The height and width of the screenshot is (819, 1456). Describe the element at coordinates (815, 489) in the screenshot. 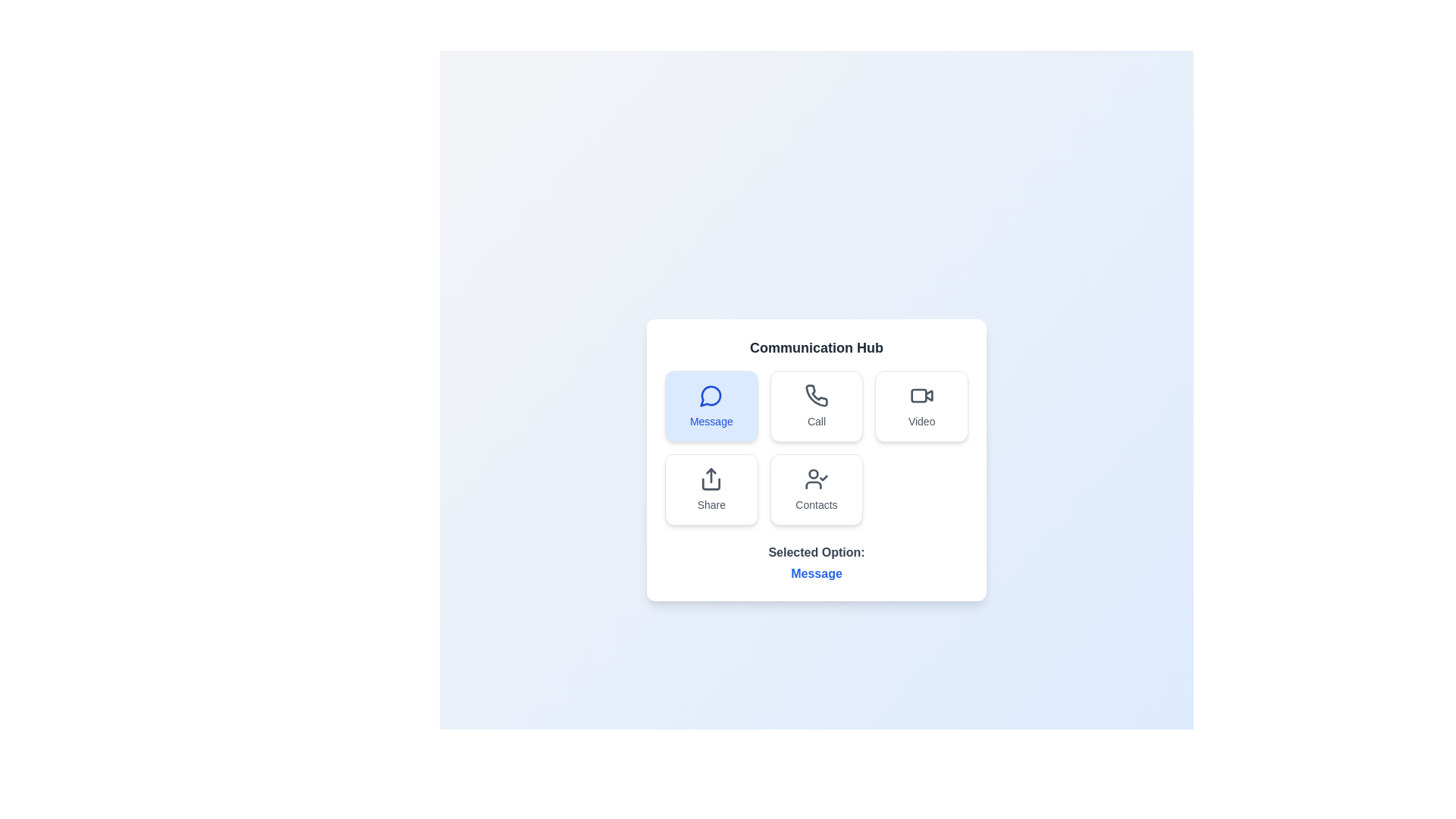

I see `the communication option Contacts by clicking on its respective button` at that location.